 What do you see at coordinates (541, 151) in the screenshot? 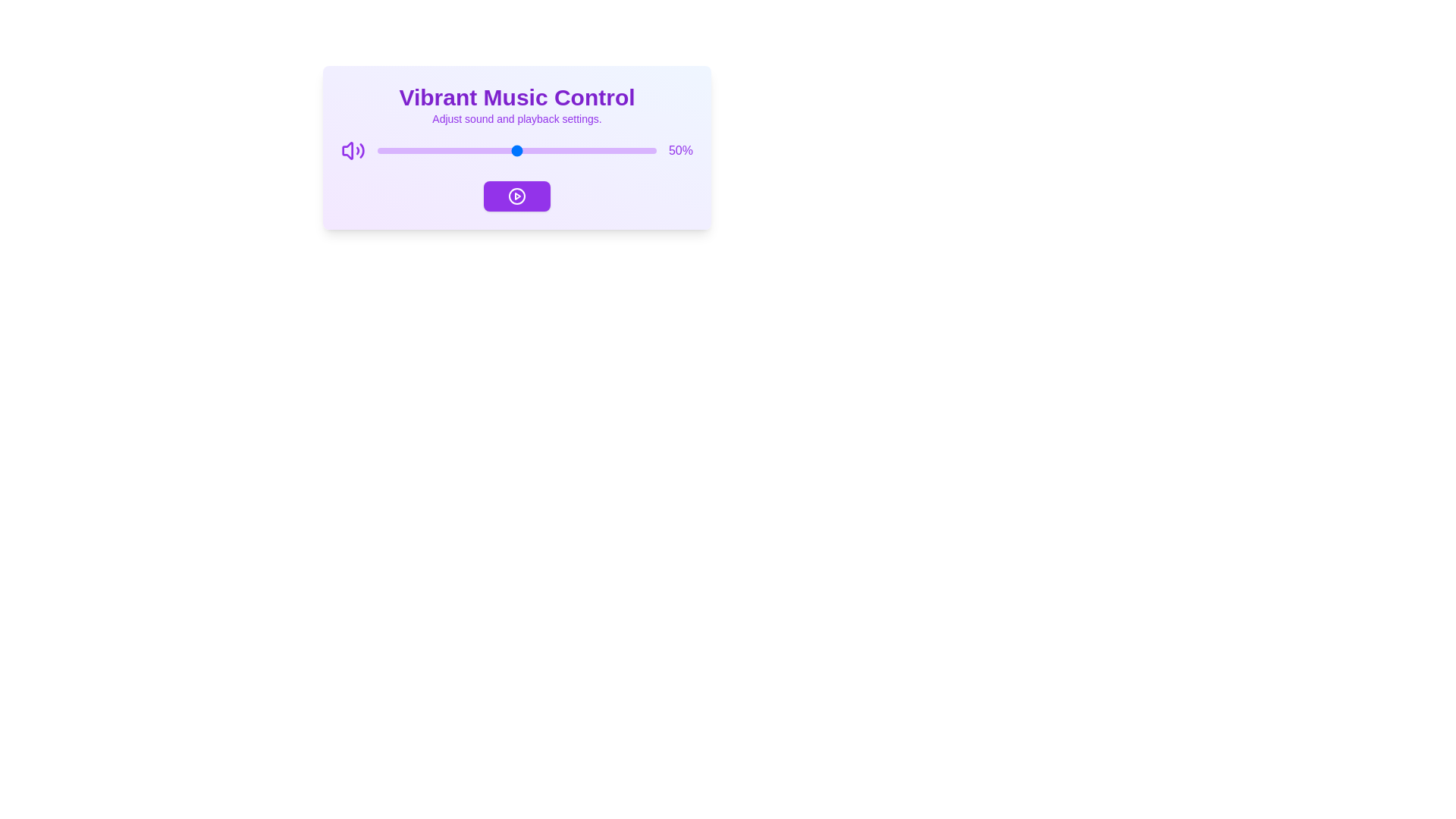
I see `the volume slider to 59%` at bounding box center [541, 151].